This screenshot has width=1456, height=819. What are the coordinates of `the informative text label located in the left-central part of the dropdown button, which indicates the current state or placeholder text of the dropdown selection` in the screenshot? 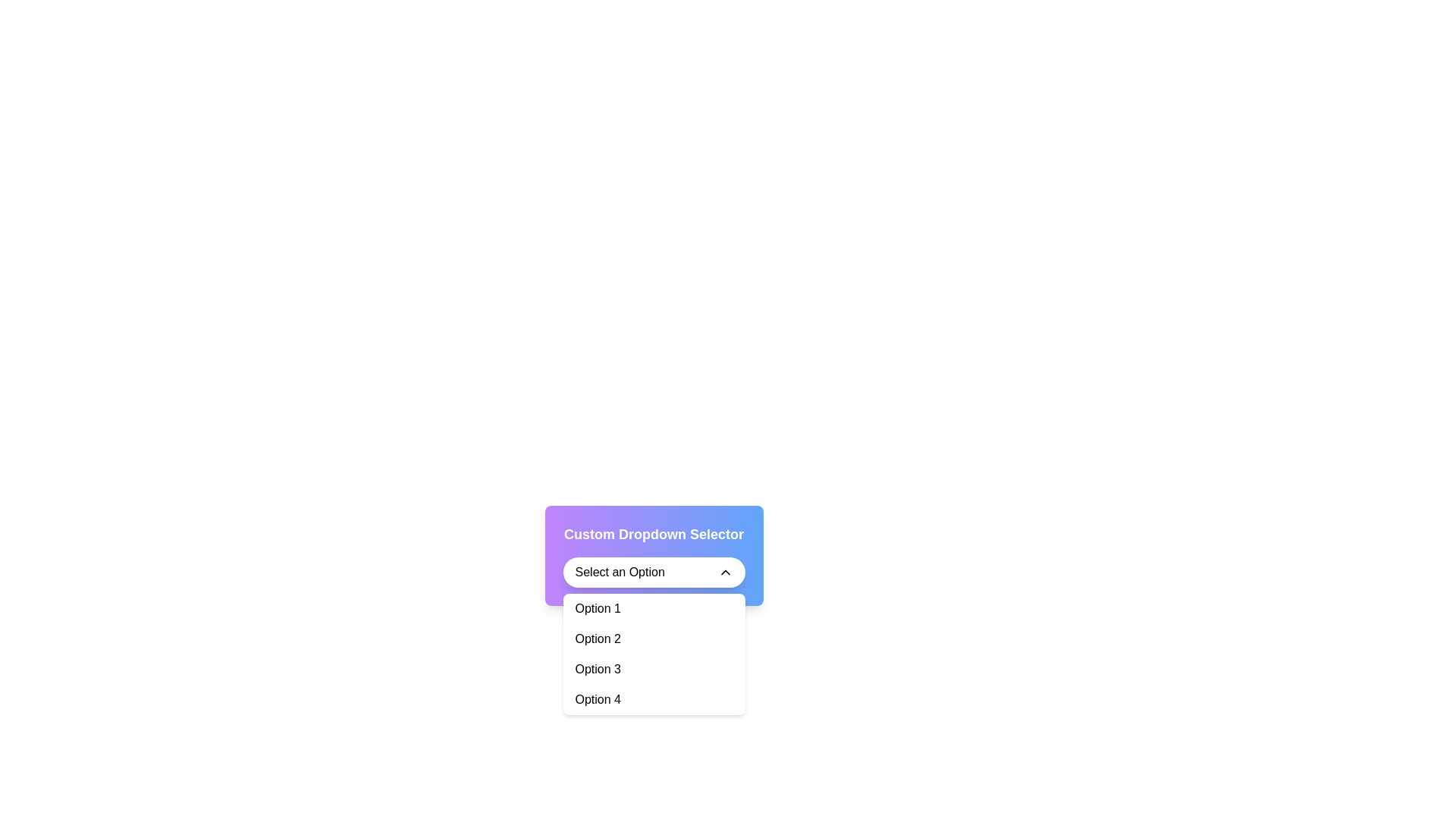 It's located at (620, 573).